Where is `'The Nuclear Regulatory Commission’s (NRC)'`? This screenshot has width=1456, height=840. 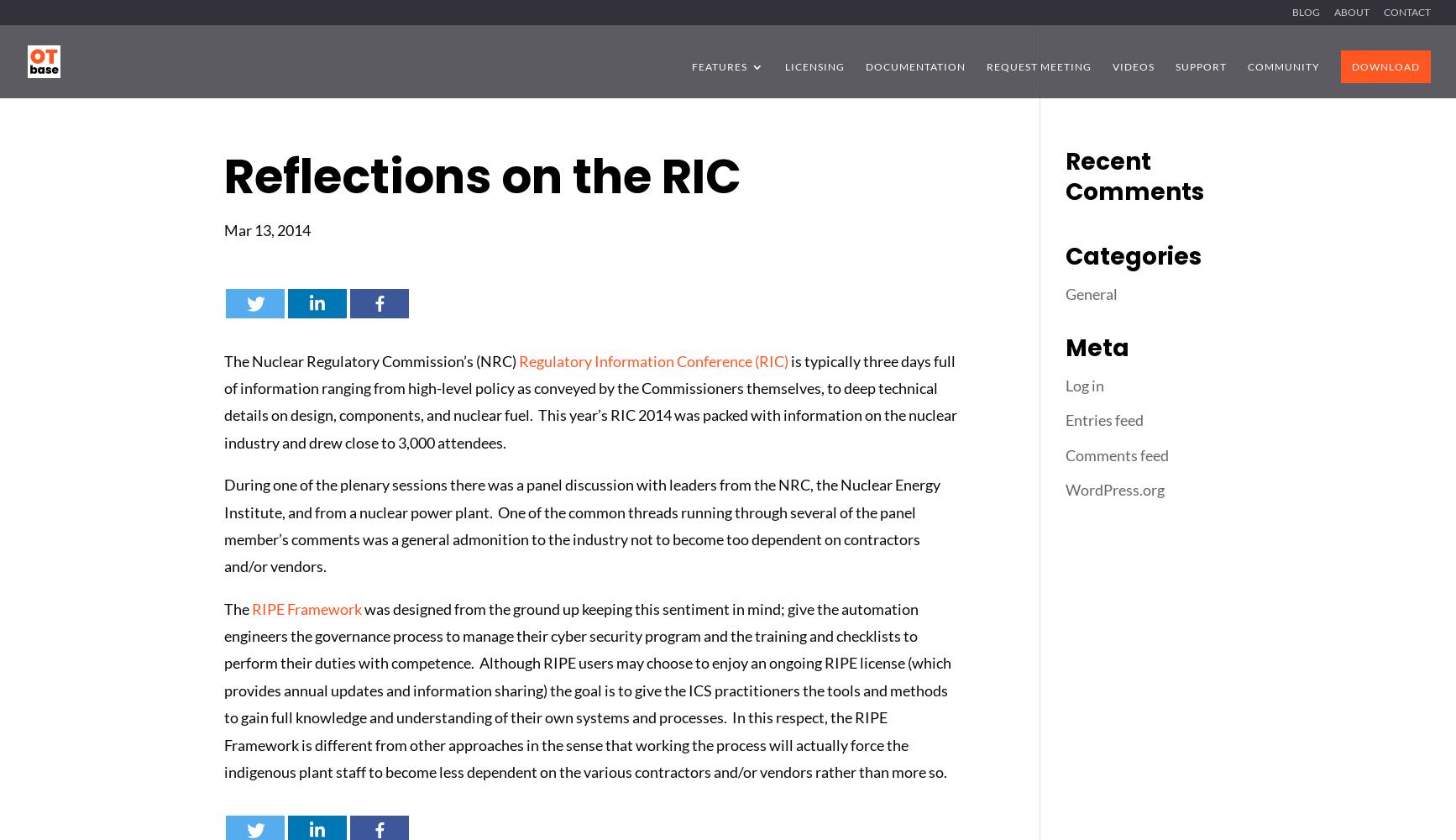
'The Nuclear Regulatory Commission’s (NRC)' is located at coordinates (370, 360).